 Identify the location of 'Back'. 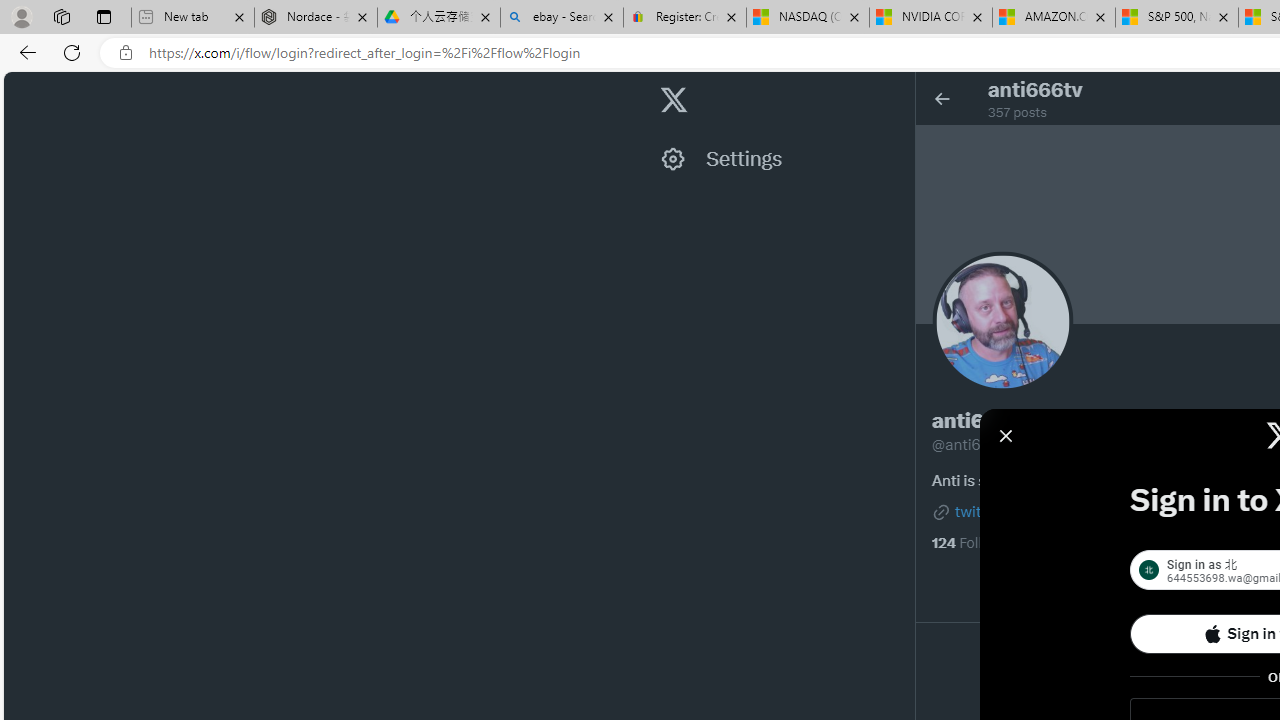
(24, 51).